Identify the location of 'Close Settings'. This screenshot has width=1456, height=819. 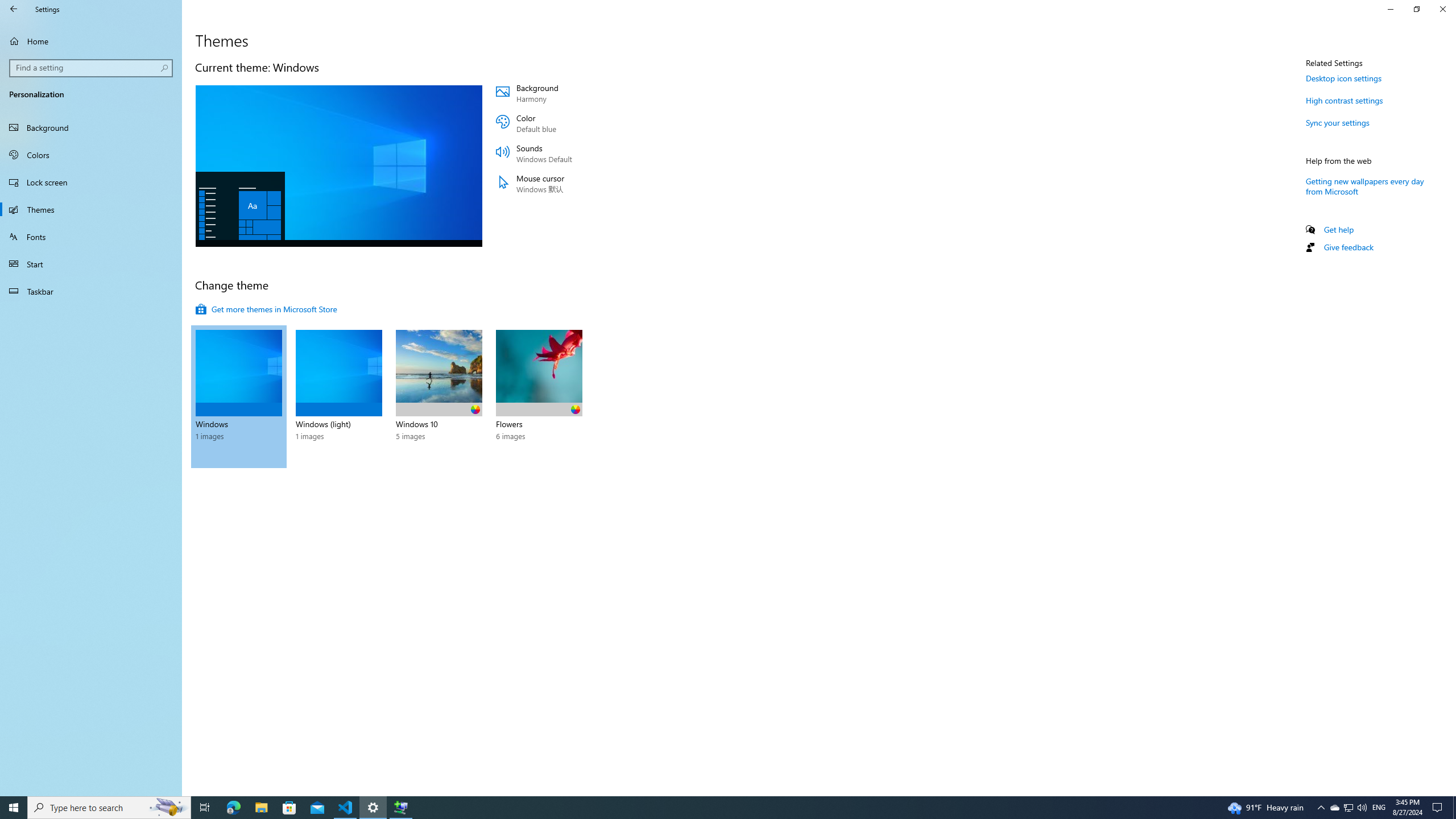
(1442, 9).